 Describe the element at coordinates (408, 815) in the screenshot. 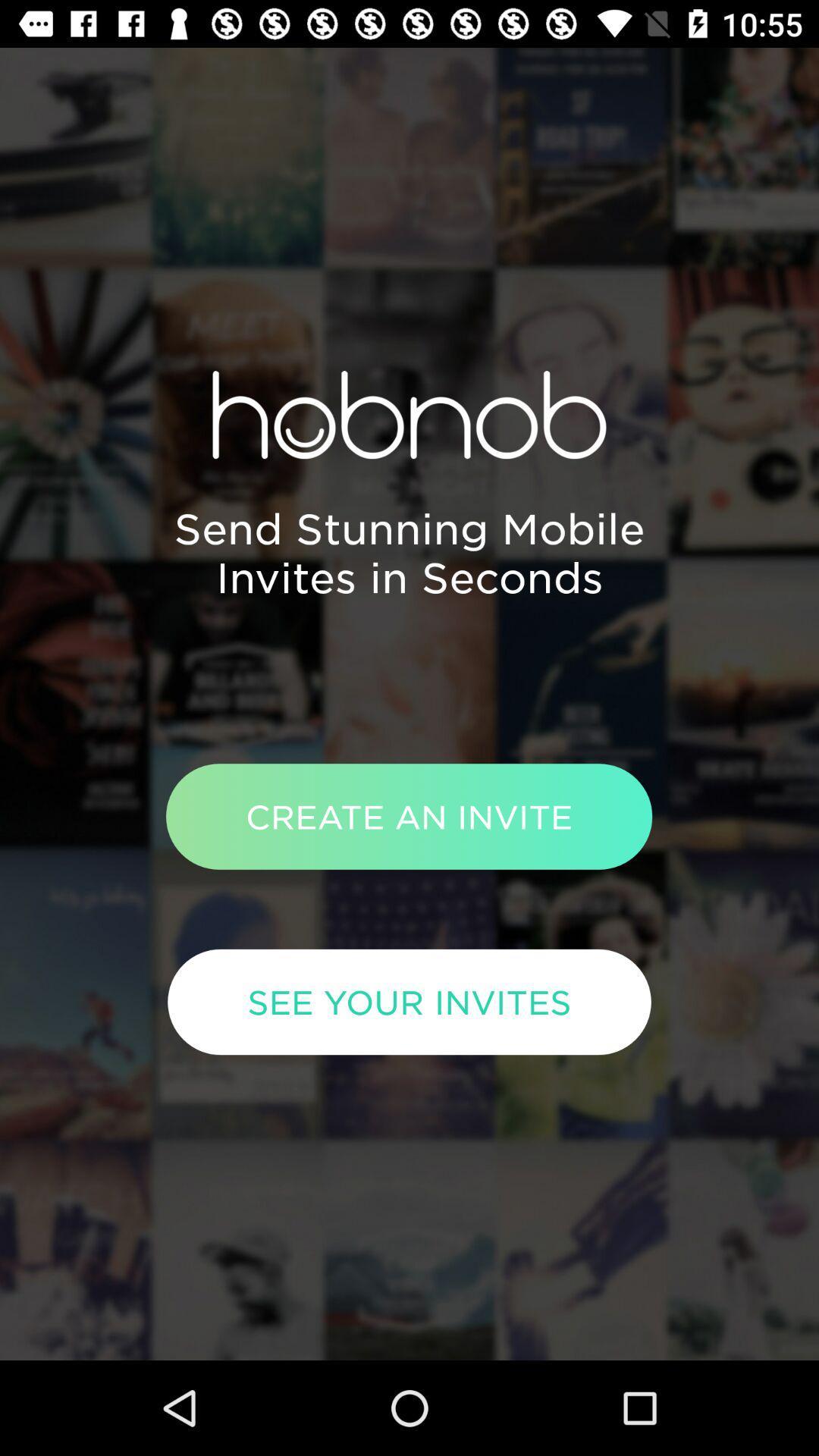

I see `the create an invite item` at that location.